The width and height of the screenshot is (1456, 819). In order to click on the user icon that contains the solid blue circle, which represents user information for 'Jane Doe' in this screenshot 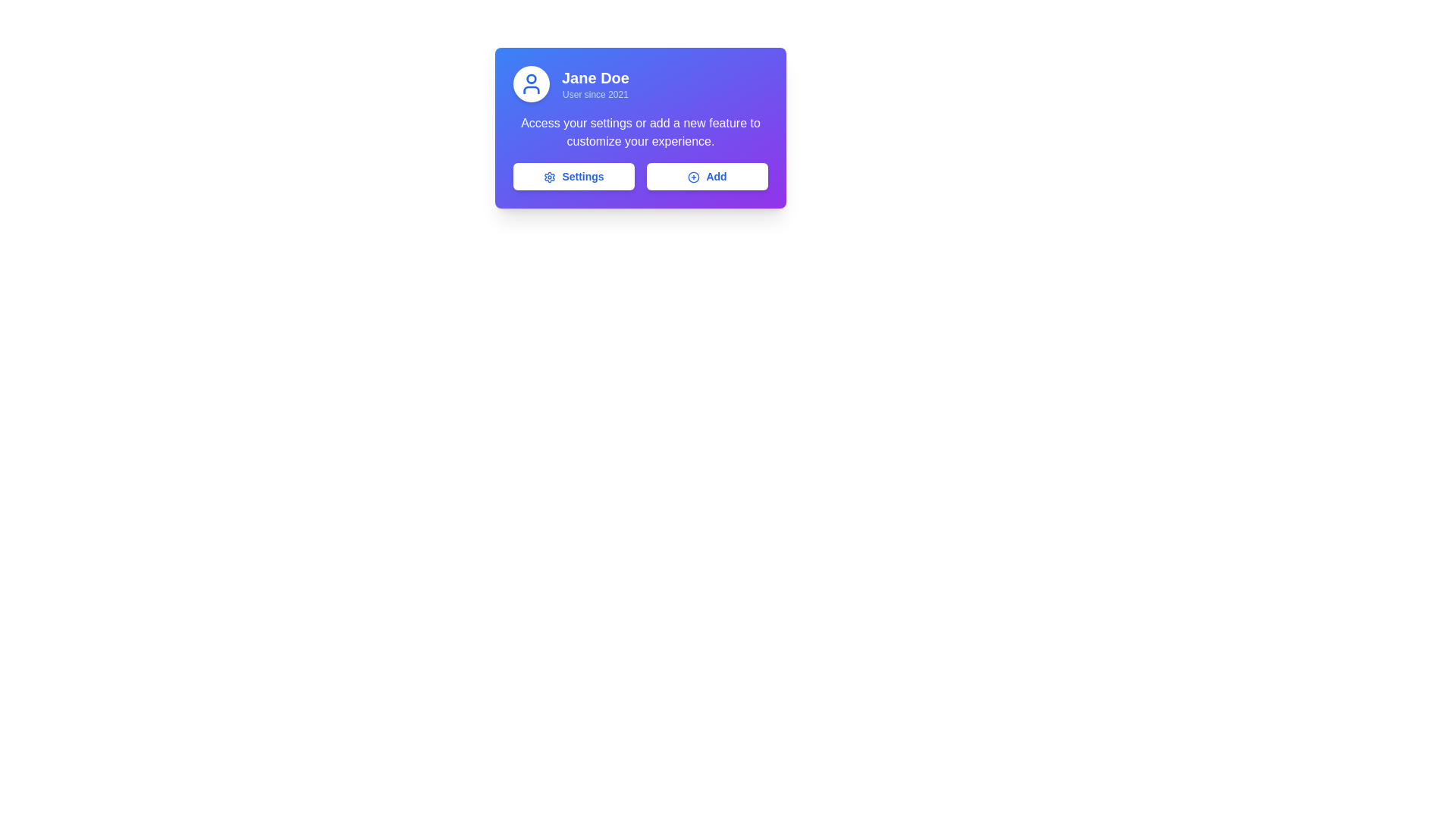, I will do `click(531, 79)`.